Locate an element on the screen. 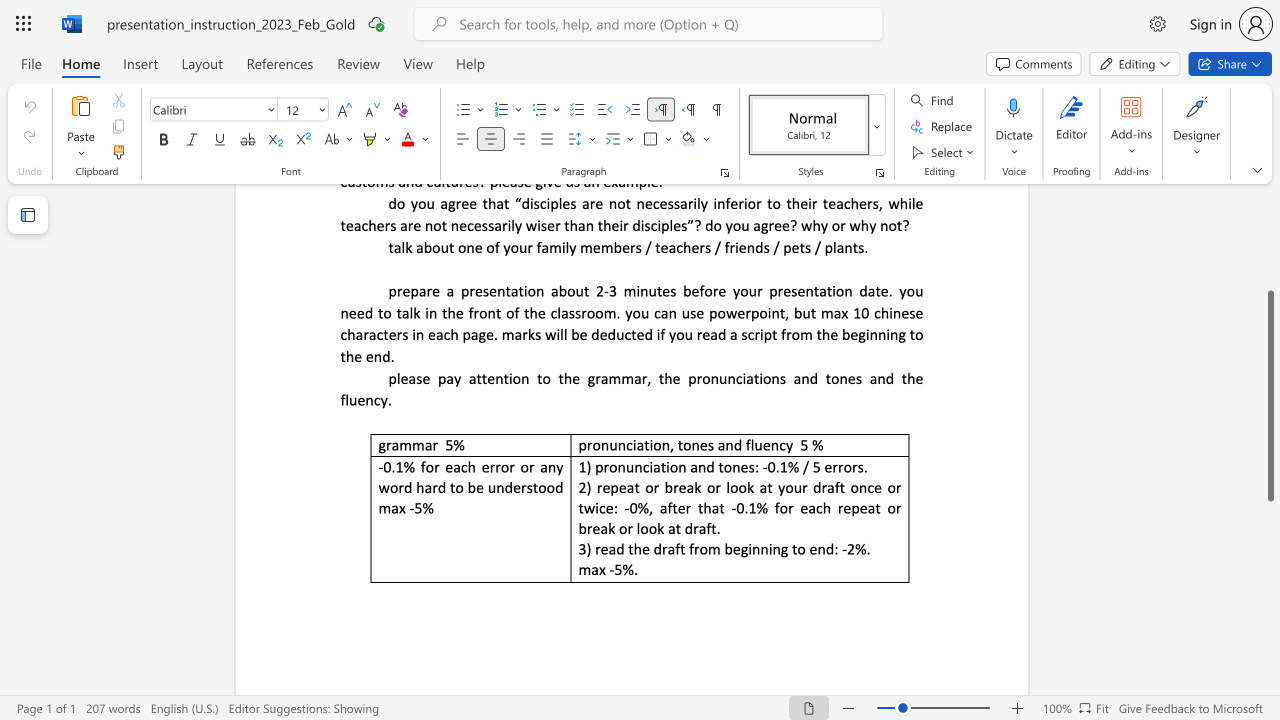  the scrollbar and move down 300 pixels is located at coordinates (1269, 396).